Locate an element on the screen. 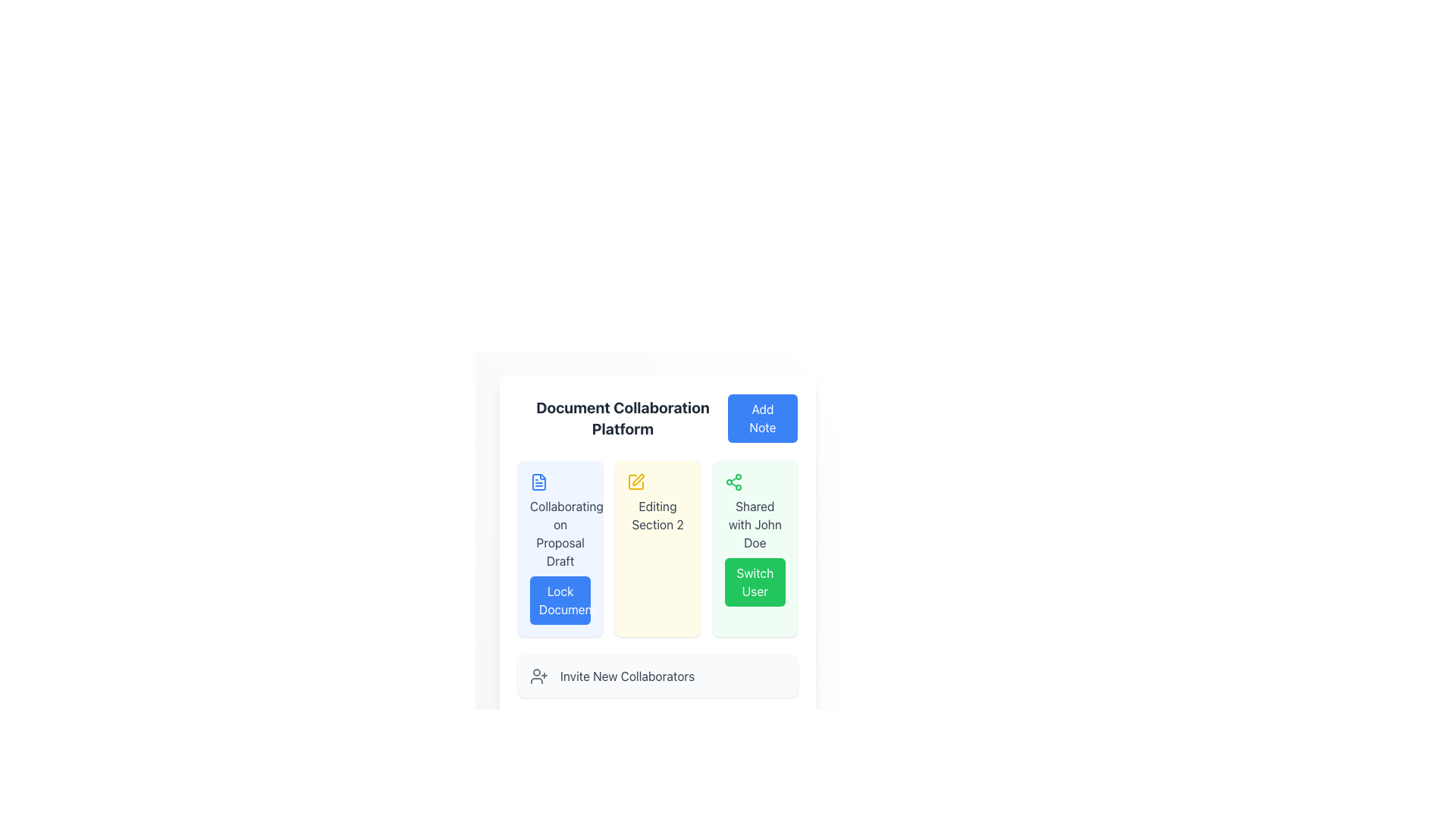  the text label indicating that the current item has been shared with John Doe, located in the green card labeled 'Shared with John Doe' above the 'Switch User' button is located at coordinates (755, 523).